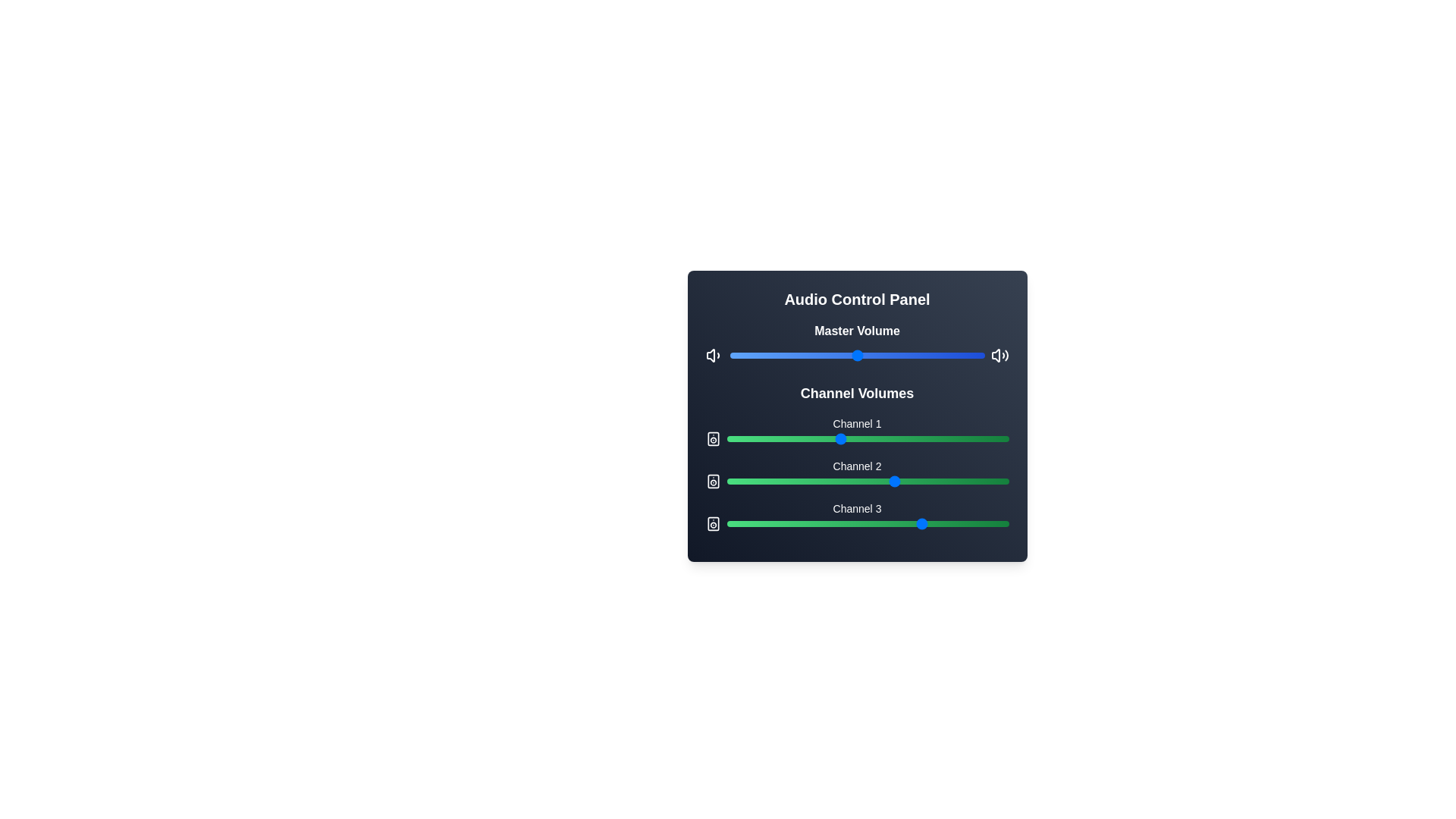  Describe the element at coordinates (857, 424) in the screenshot. I see `the text label reading 'Channel 1' in the 'Channel Volumes' section` at that location.